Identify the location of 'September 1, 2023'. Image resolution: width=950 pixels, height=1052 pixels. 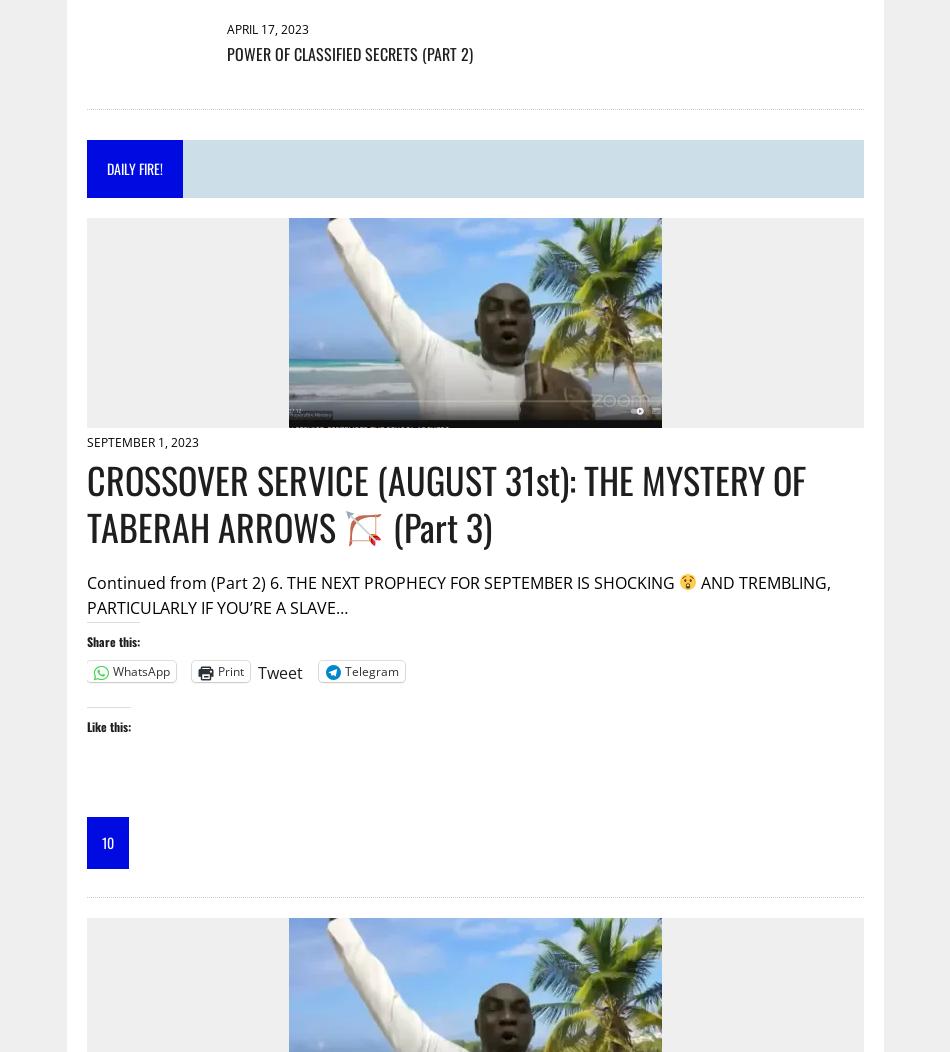
(142, 442).